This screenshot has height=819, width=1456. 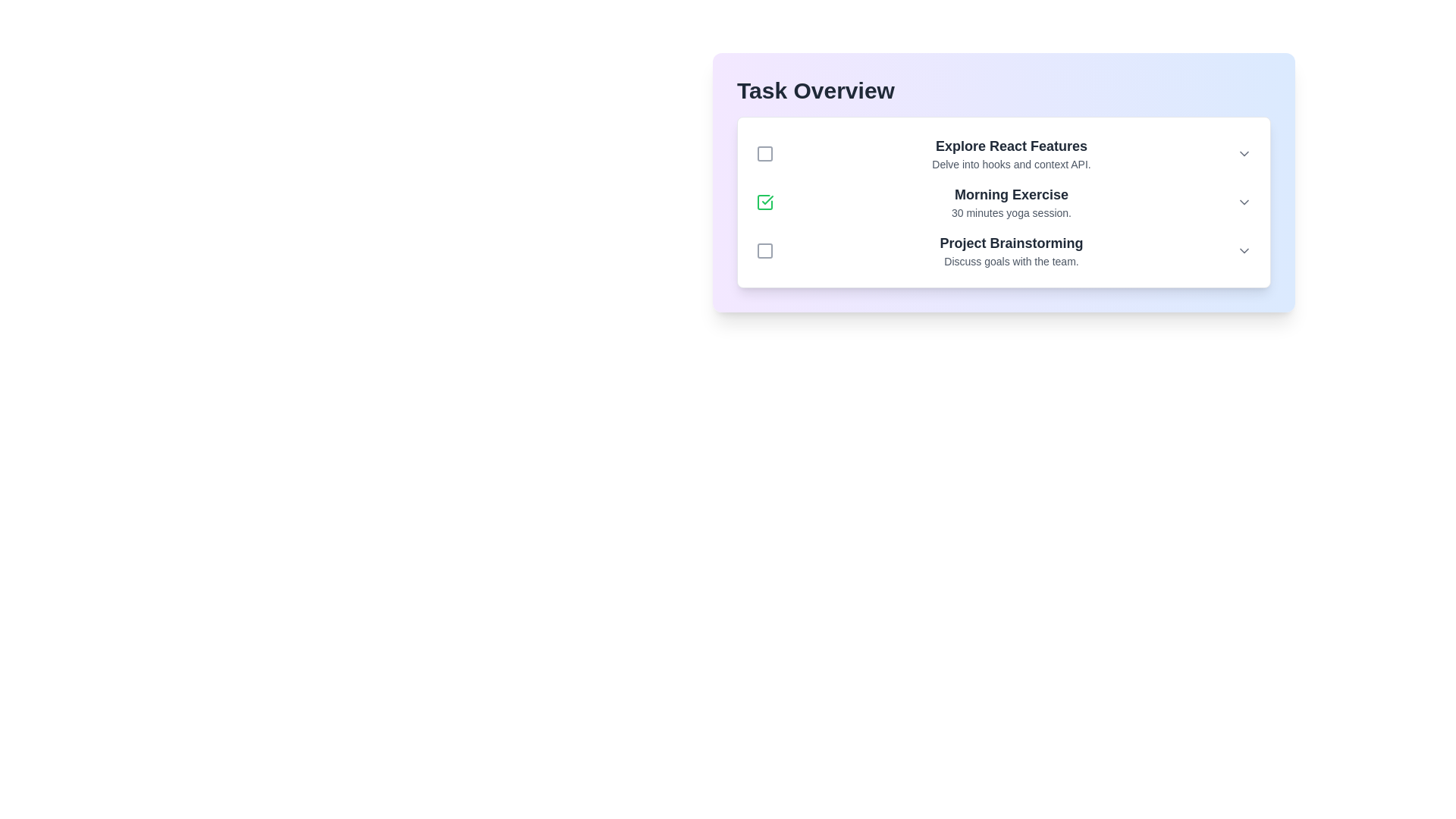 What do you see at coordinates (1244, 201) in the screenshot?
I see `the ChevronDown icon corresponding to the task titled Morning Exercise to expand its details` at bounding box center [1244, 201].